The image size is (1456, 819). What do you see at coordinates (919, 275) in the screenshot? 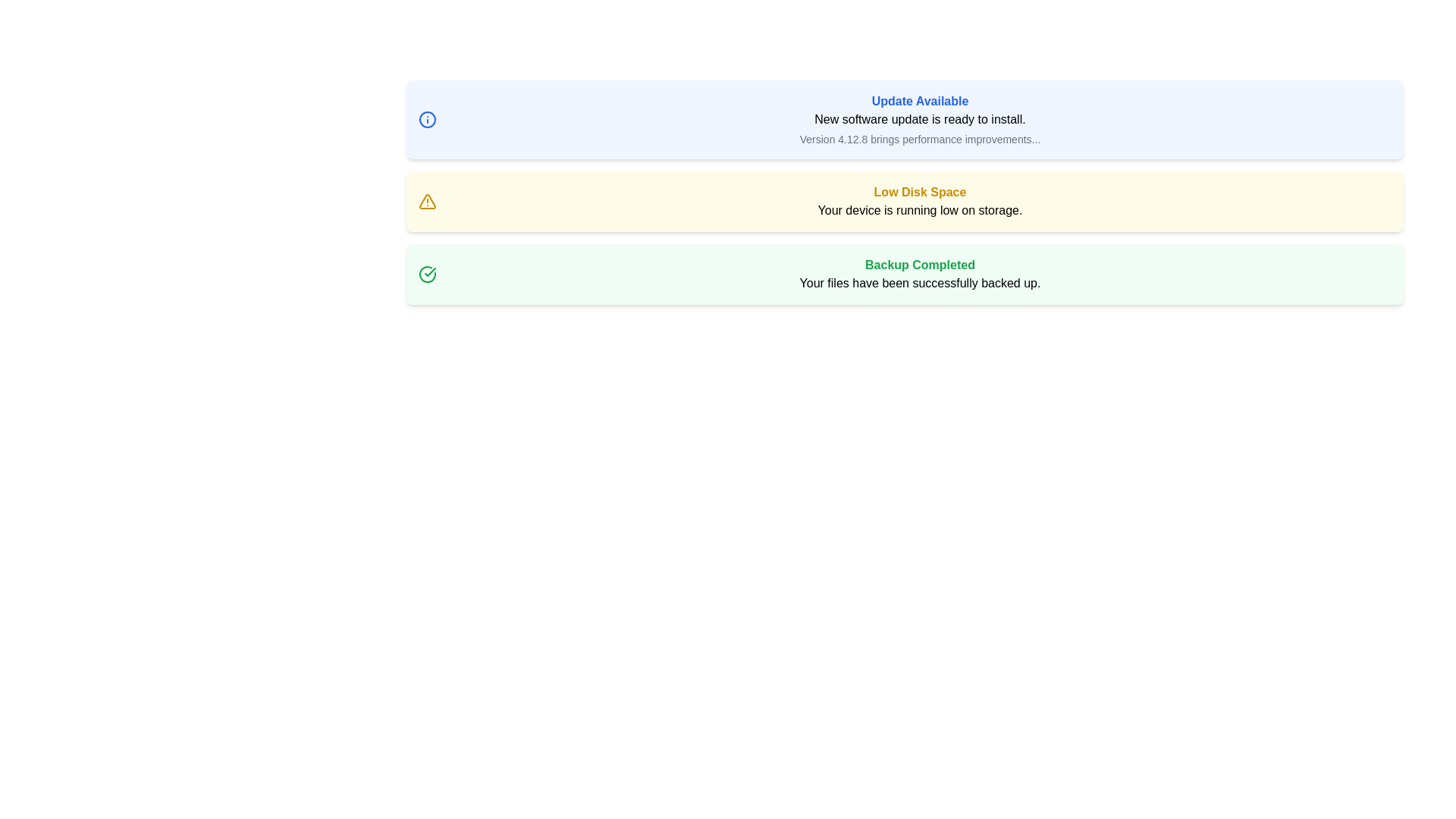
I see `notification text block displaying 'Backup Completed' and 'Your files have been successfully backed up.' which is centrally aligned within the green-styled notification panel` at bounding box center [919, 275].